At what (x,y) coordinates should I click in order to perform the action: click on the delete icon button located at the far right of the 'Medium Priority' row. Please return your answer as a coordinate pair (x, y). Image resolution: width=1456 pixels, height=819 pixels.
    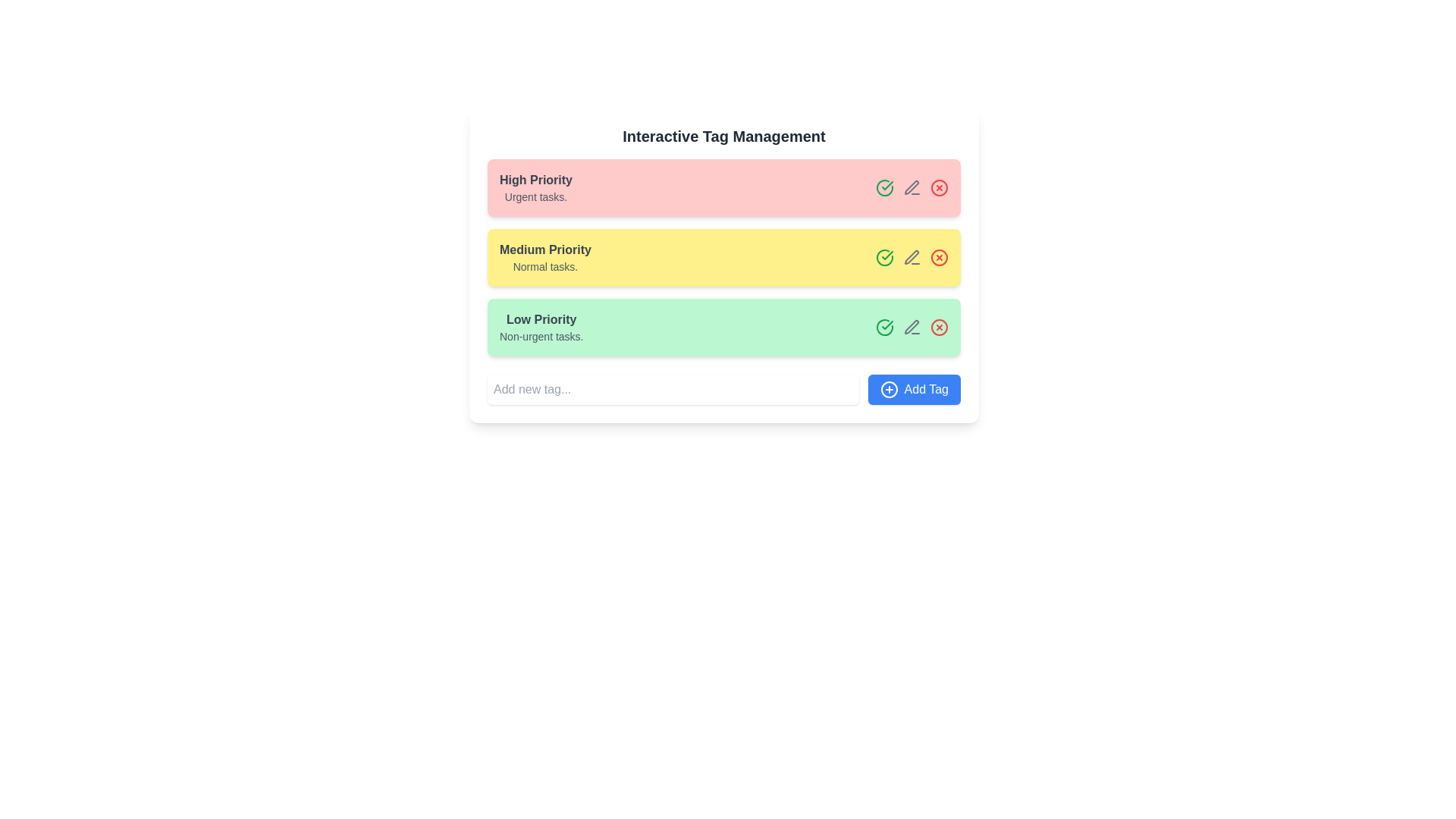
    Looking at the image, I should click on (938, 256).